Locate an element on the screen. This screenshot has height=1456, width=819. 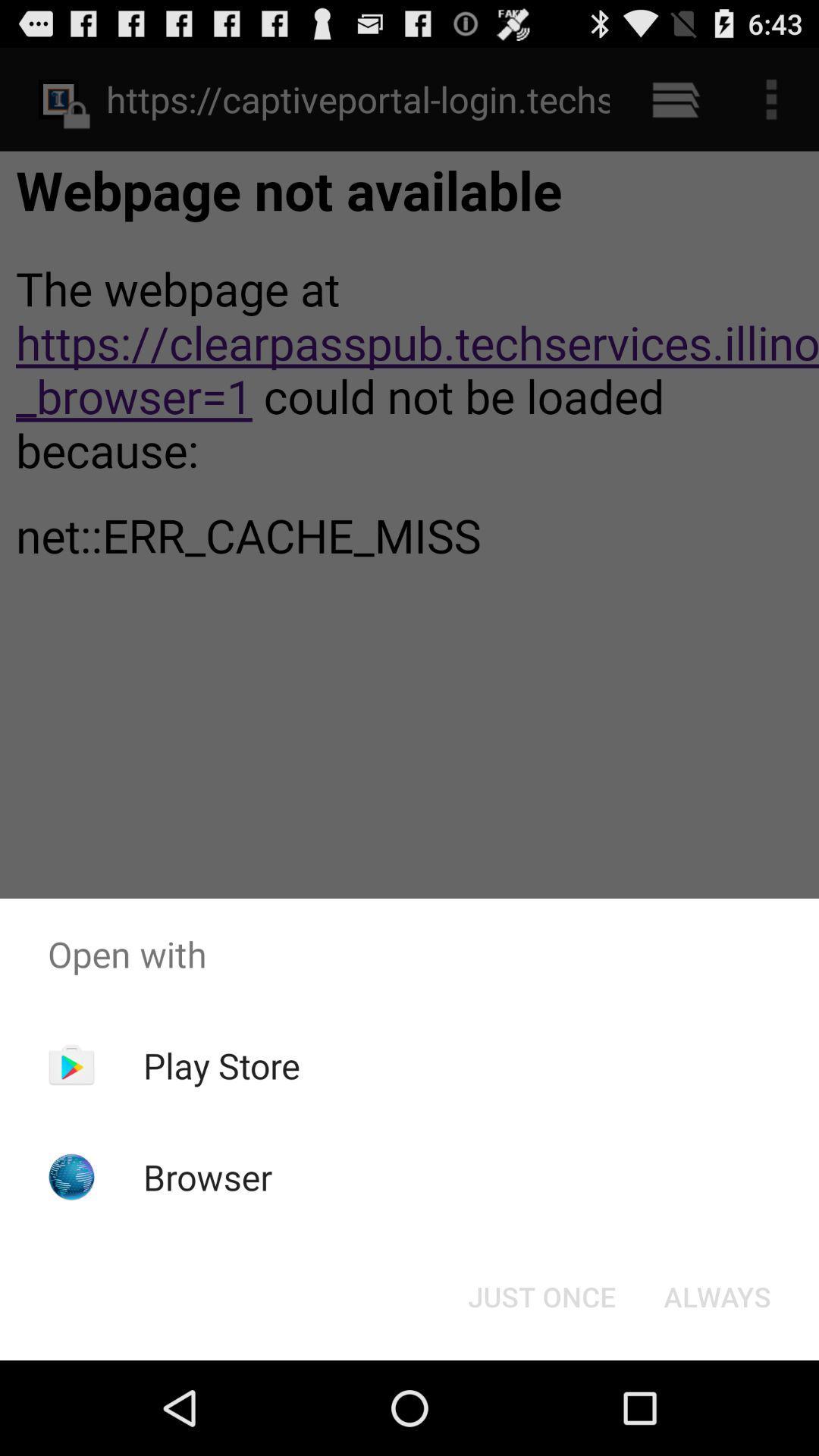
button to the left of the always item is located at coordinates (541, 1295).